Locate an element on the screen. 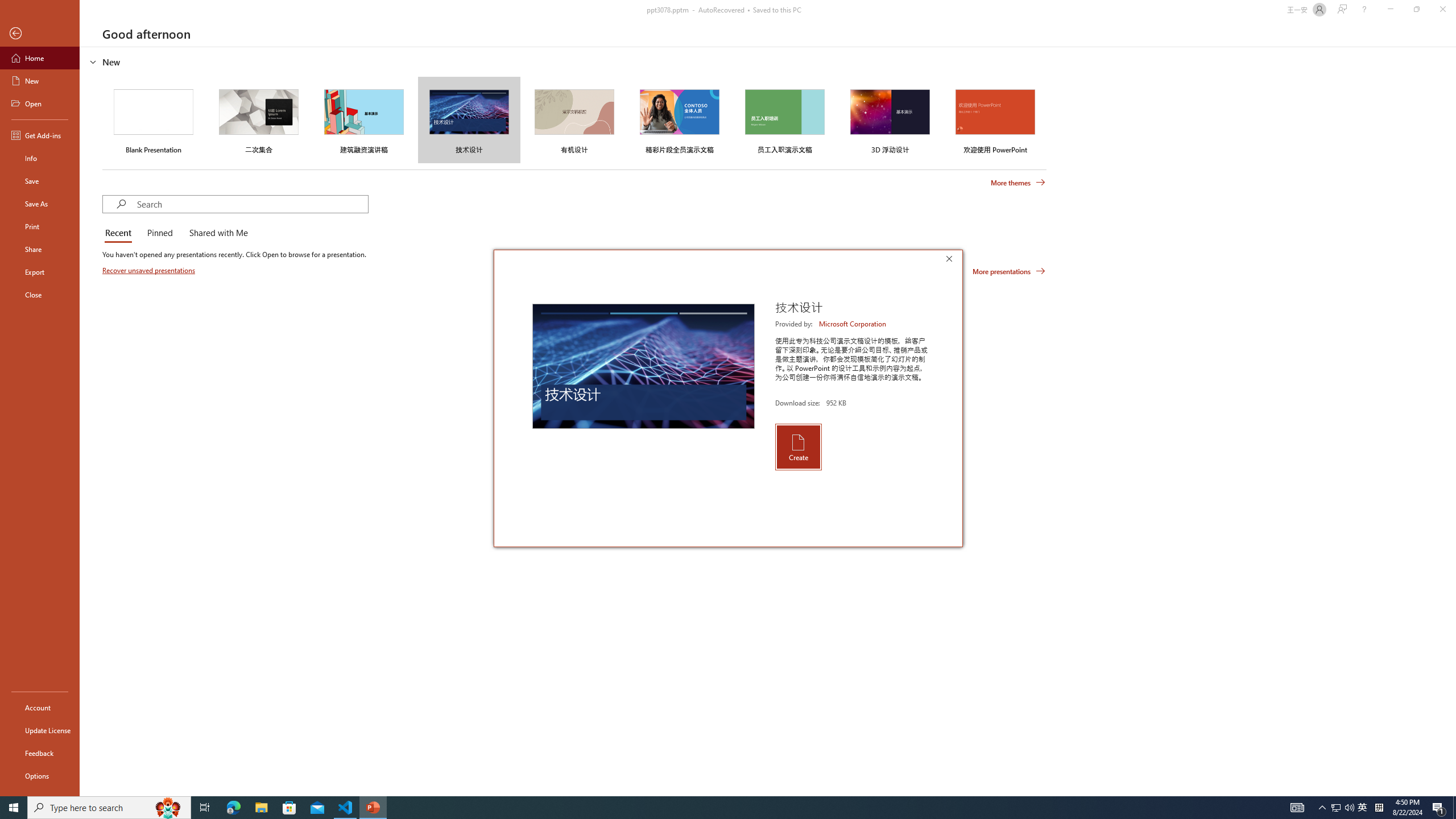 This screenshot has height=819, width=1456. 'Print' is located at coordinates (39, 226).